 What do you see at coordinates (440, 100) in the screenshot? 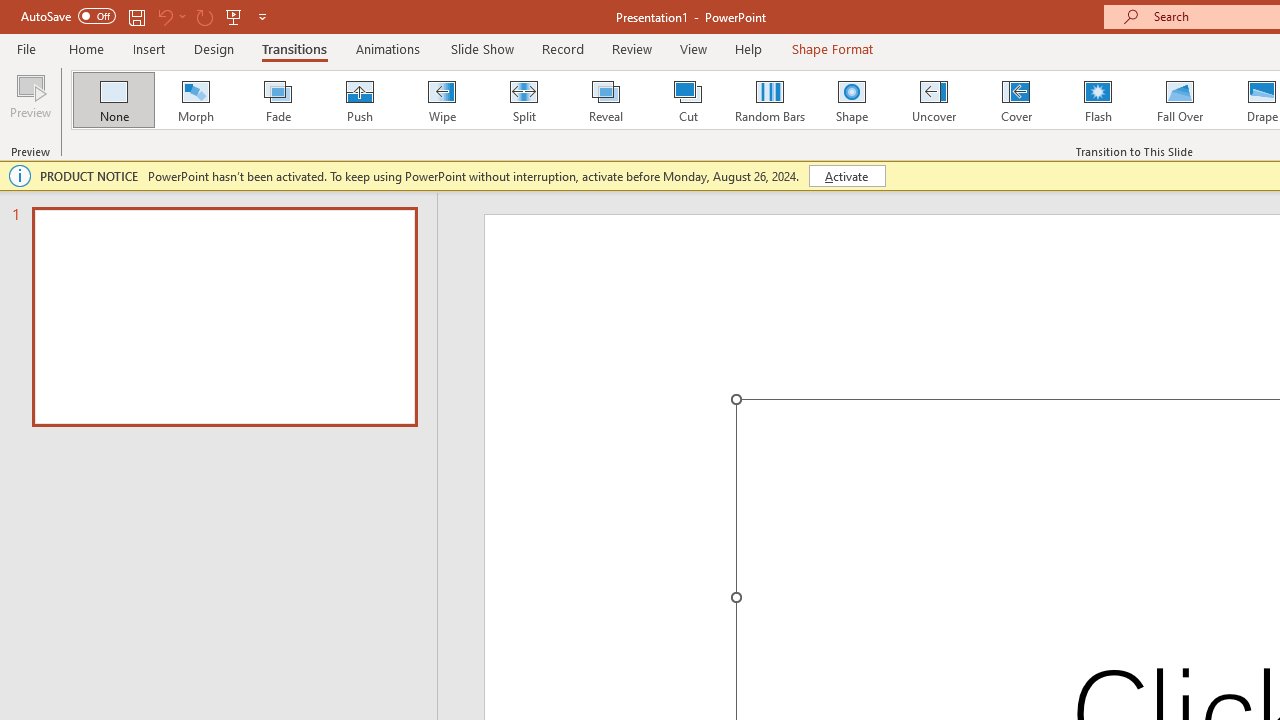
I see `'Wipe'` at bounding box center [440, 100].